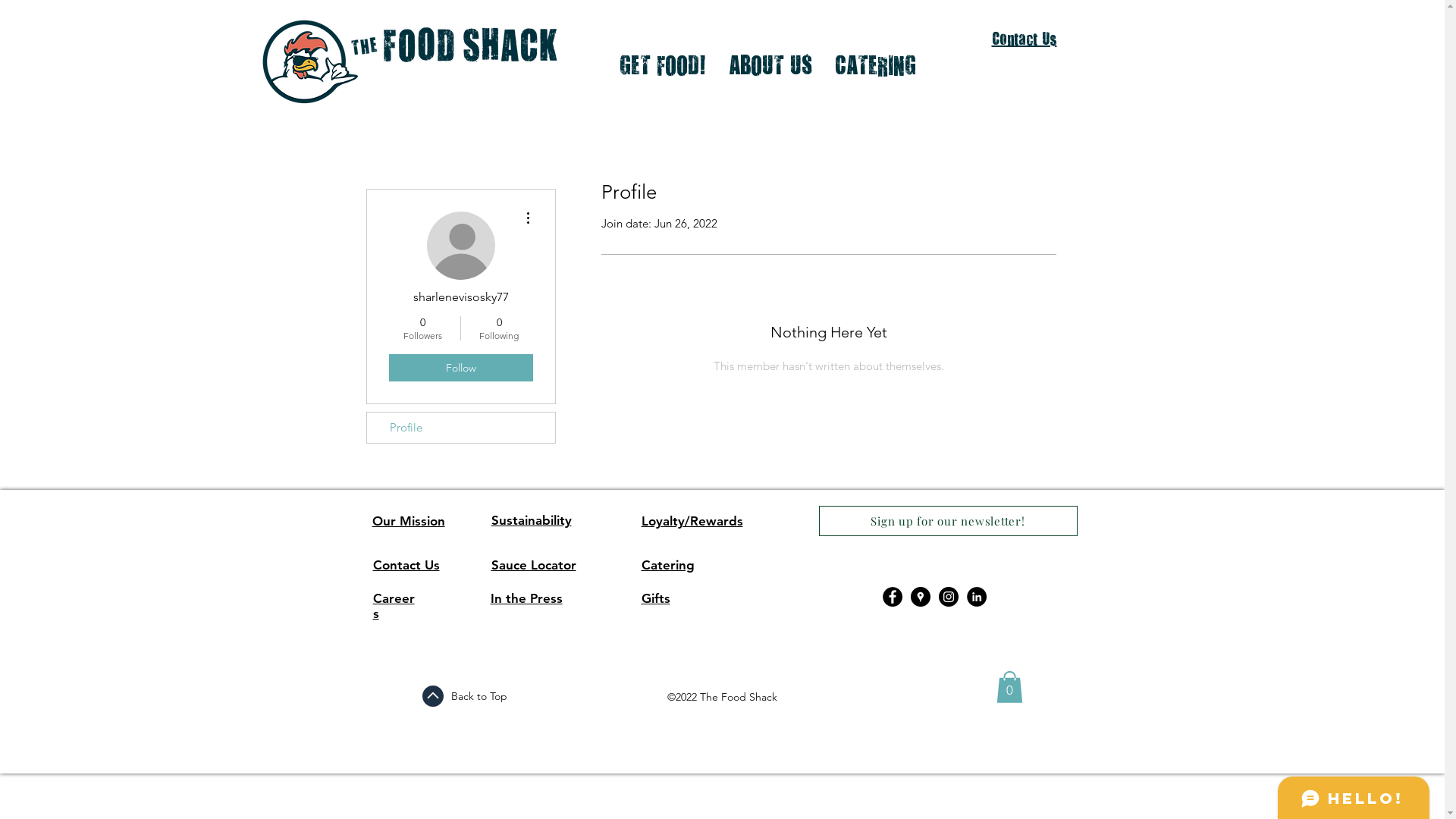  Describe the element at coordinates (1009, 687) in the screenshot. I see `'0'` at that location.